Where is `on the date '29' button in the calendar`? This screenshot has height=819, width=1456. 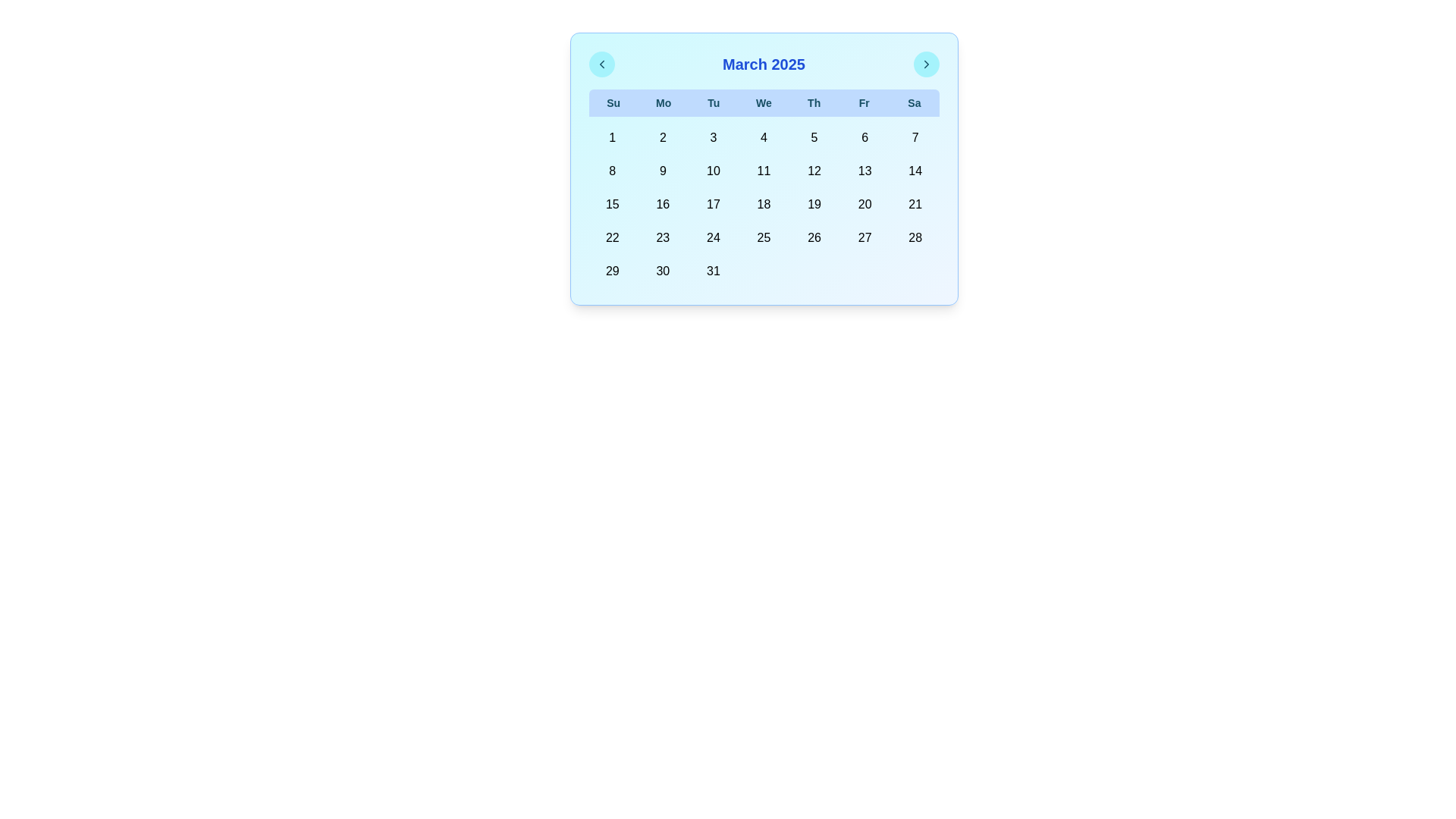 on the date '29' button in the calendar is located at coordinates (612, 271).